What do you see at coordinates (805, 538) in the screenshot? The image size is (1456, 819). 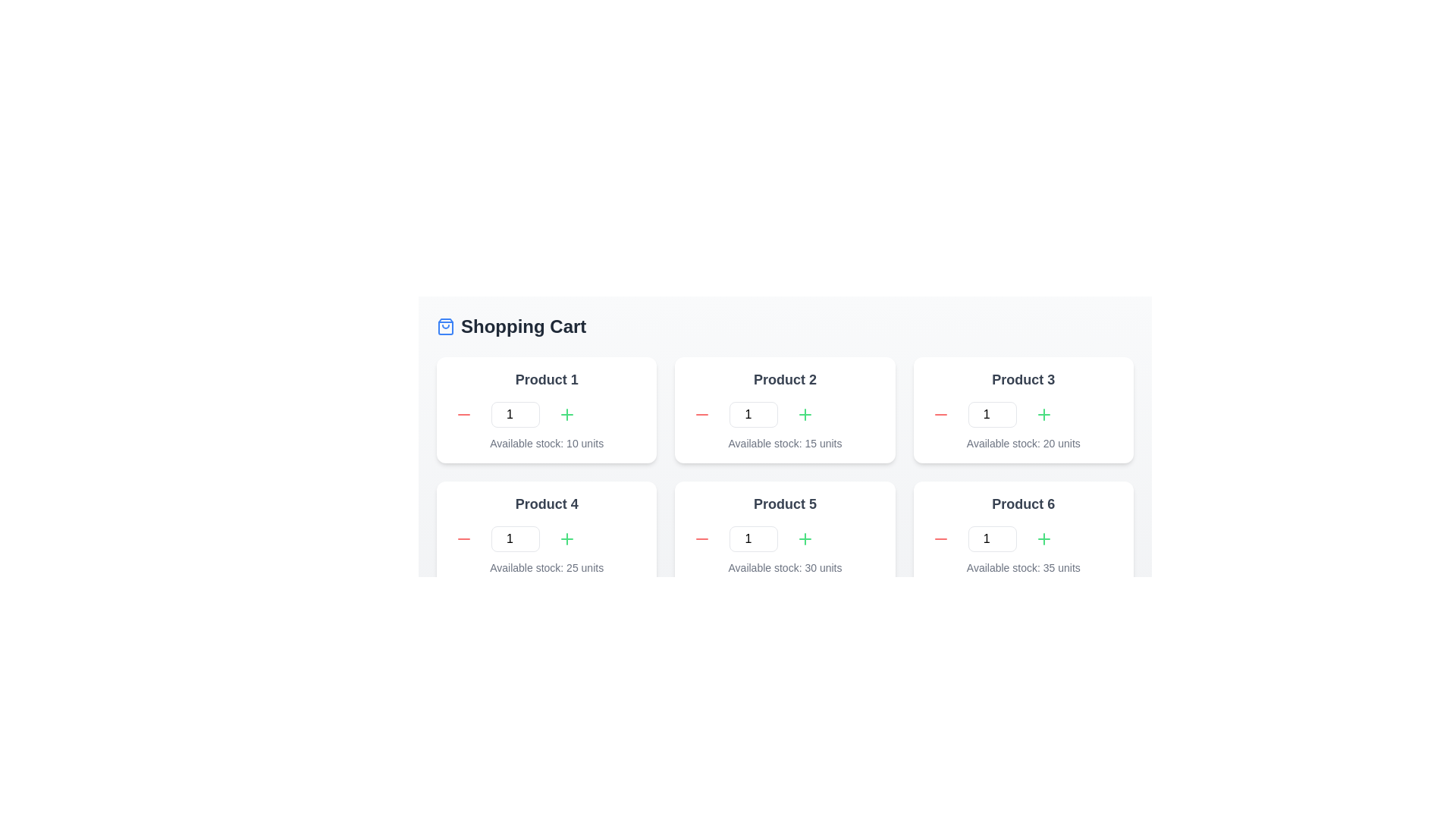 I see `the increment button for 'Product 5' in the shopping cart` at bounding box center [805, 538].